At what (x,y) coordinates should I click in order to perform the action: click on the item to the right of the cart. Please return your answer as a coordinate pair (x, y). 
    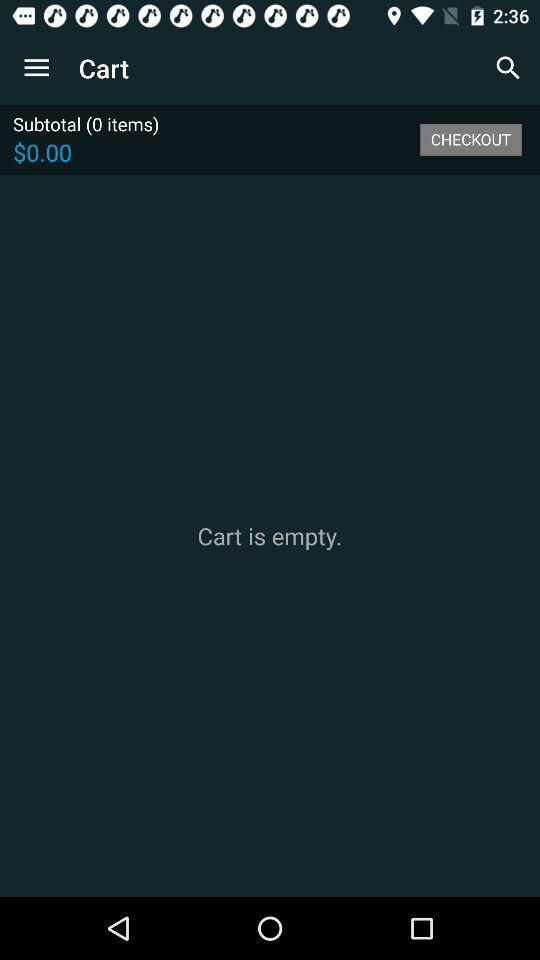
    Looking at the image, I should click on (508, 68).